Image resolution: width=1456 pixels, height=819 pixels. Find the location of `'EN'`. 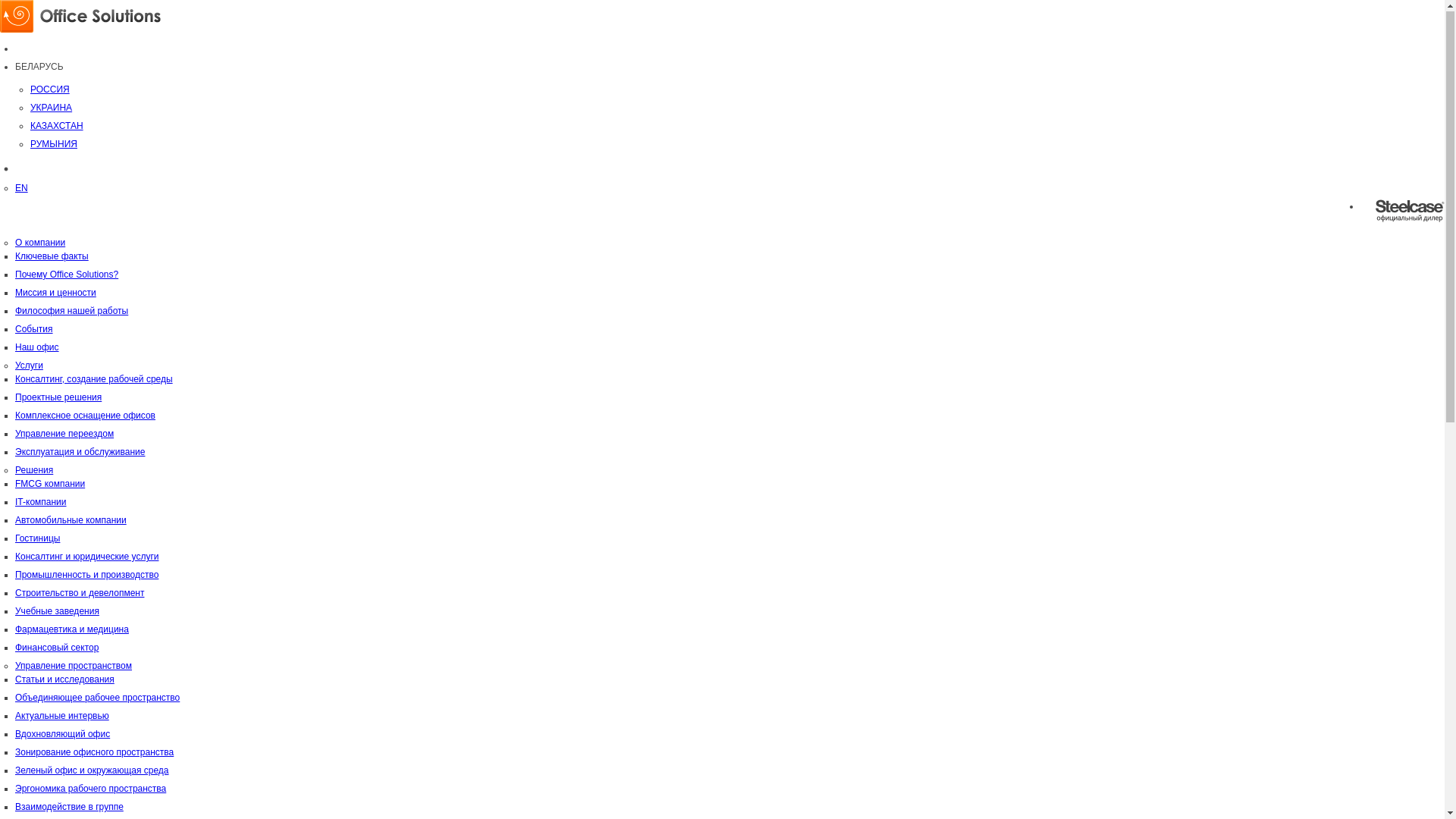

'EN' is located at coordinates (21, 188).